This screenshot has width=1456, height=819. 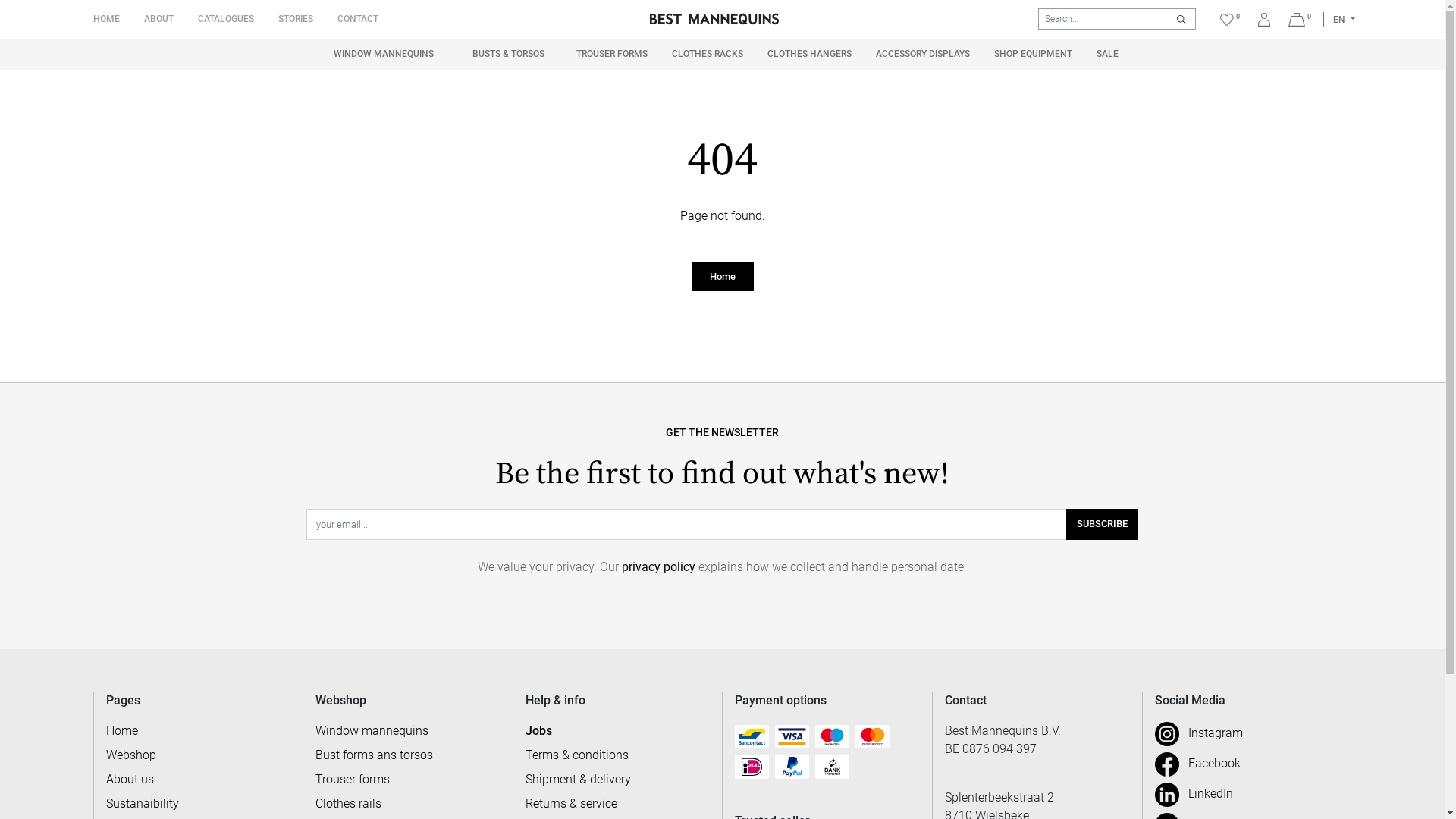 I want to click on 'Shipment & delivery', so click(x=525, y=779).